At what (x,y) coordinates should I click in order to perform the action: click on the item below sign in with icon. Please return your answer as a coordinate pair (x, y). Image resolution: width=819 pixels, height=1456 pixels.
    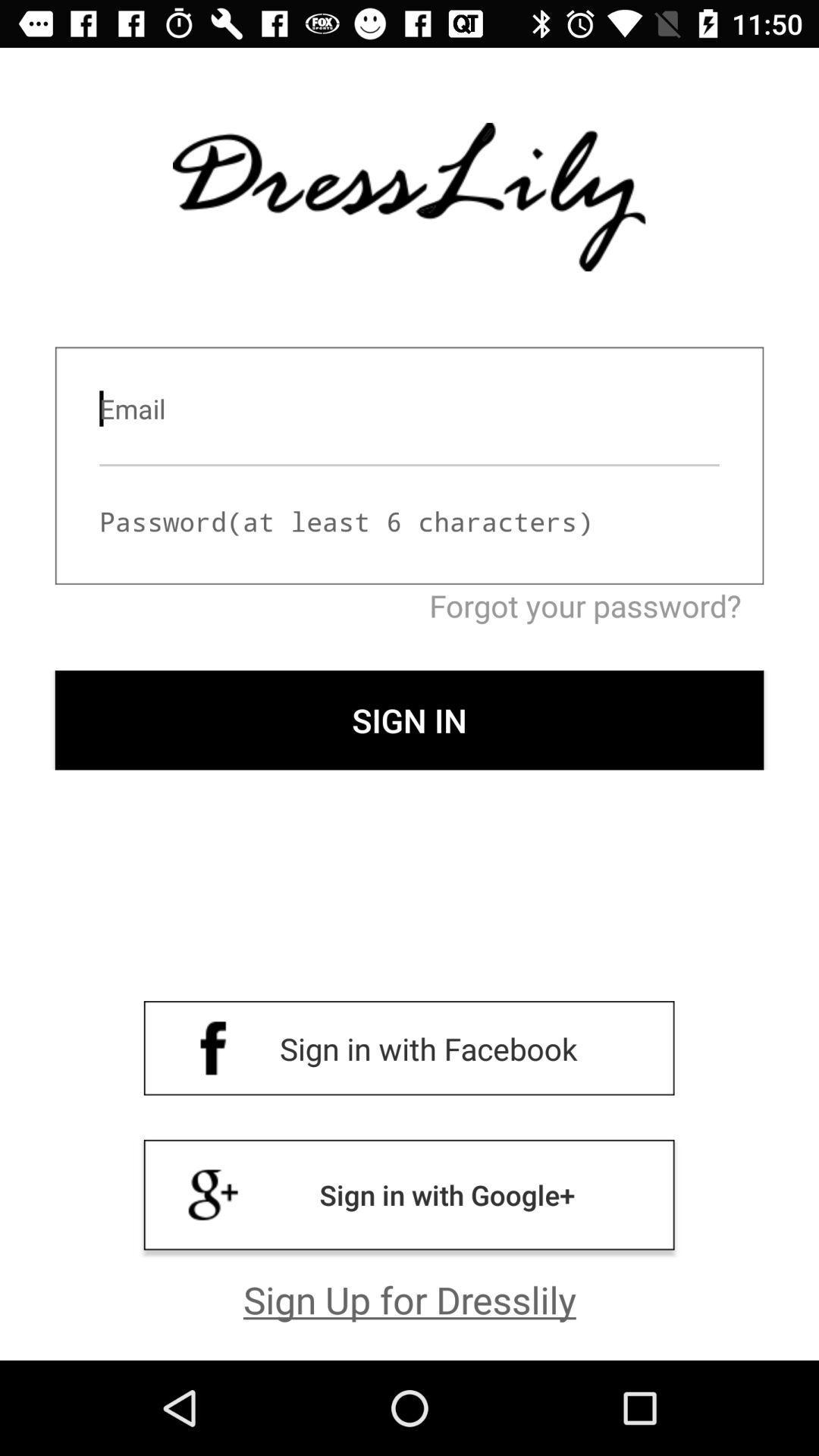
    Looking at the image, I should click on (409, 1298).